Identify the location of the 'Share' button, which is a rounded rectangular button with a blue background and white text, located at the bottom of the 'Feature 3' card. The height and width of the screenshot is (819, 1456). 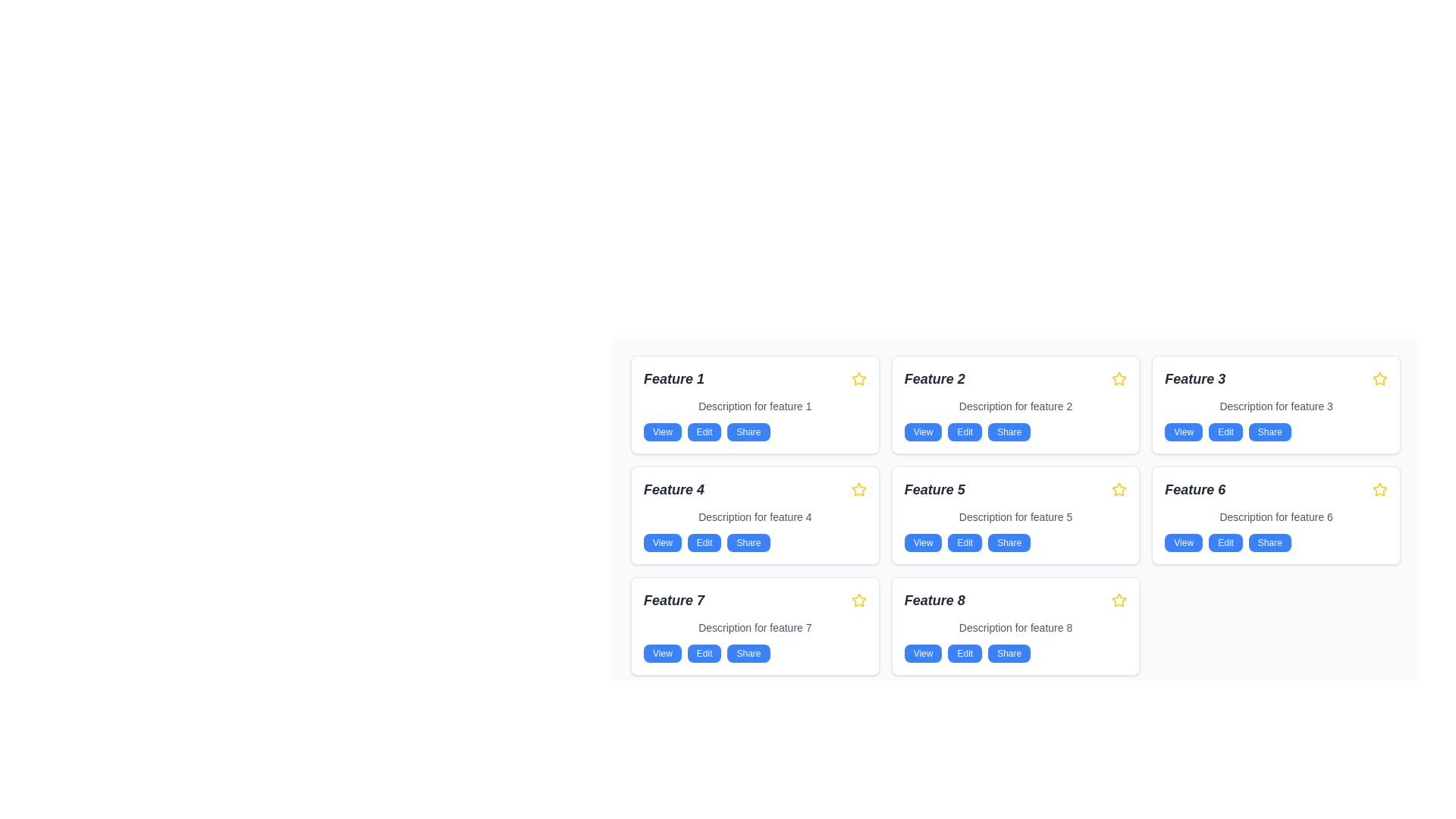
(1269, 432).